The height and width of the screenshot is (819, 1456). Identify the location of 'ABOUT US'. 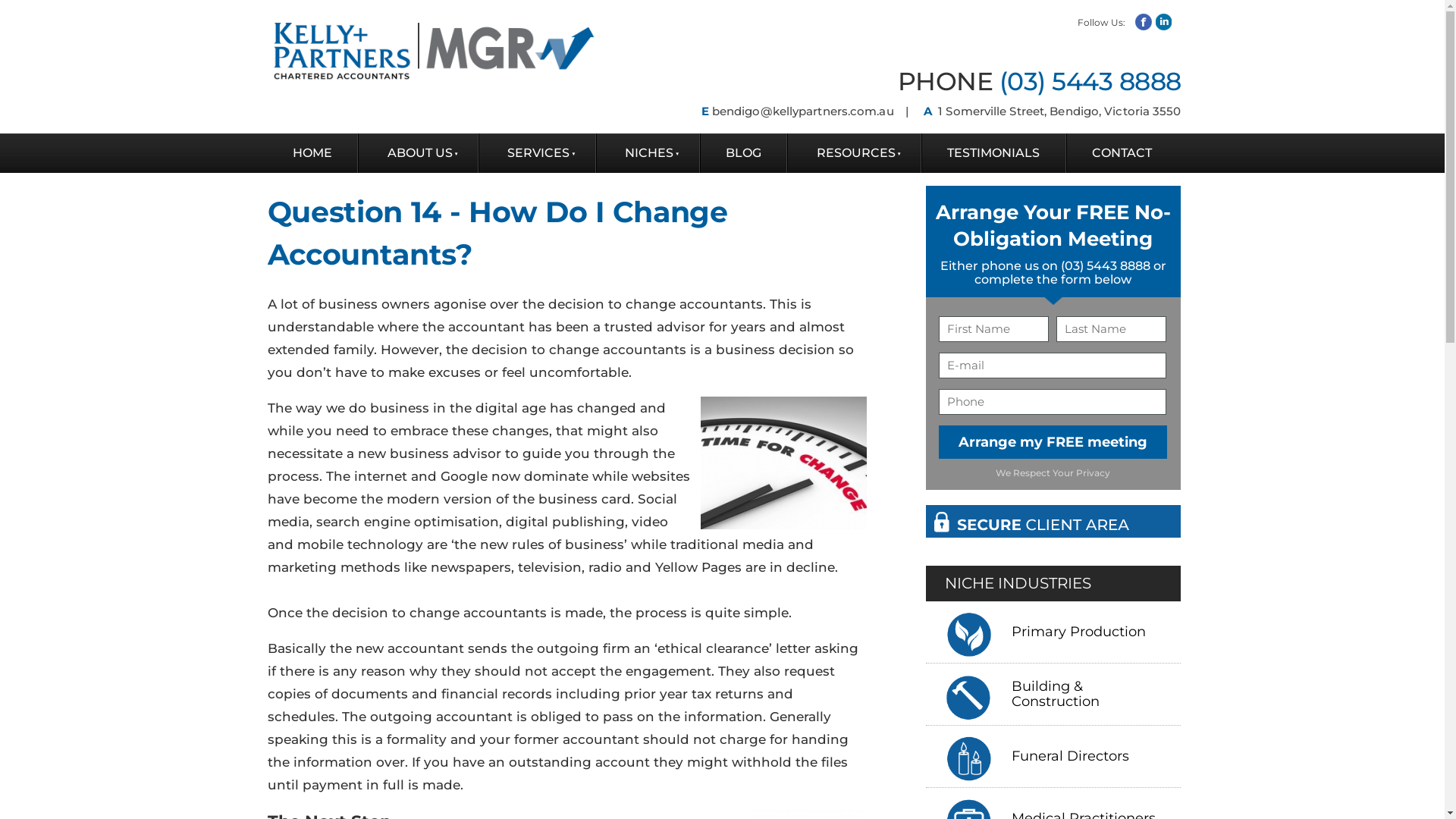
(418, 152).